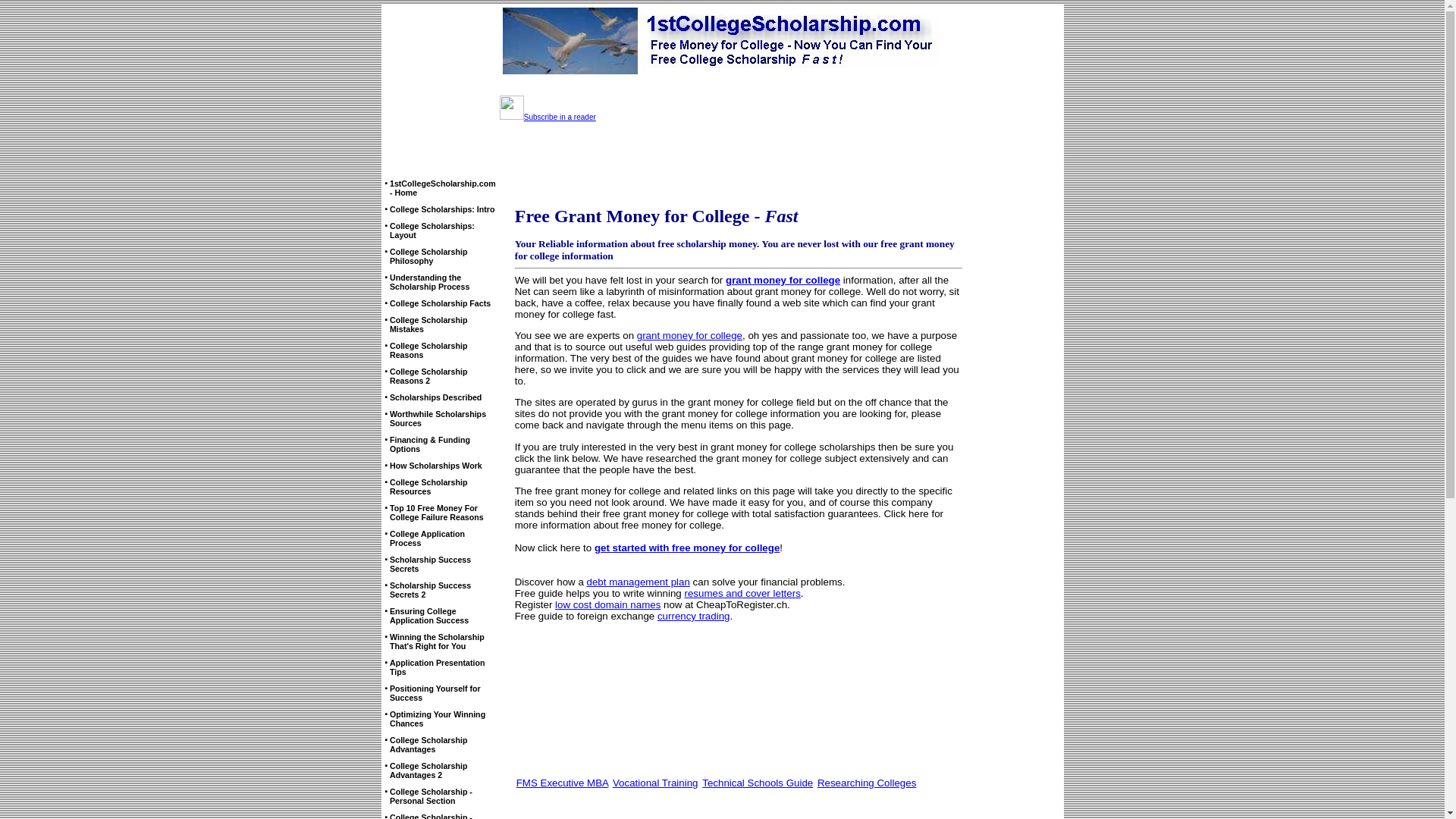 The image size is (1456, 819). What do you see at coordinates (428, 281) in the screenshot?
I see `'Understanding the Scholarship Process'` at bounding box center [428, 281].